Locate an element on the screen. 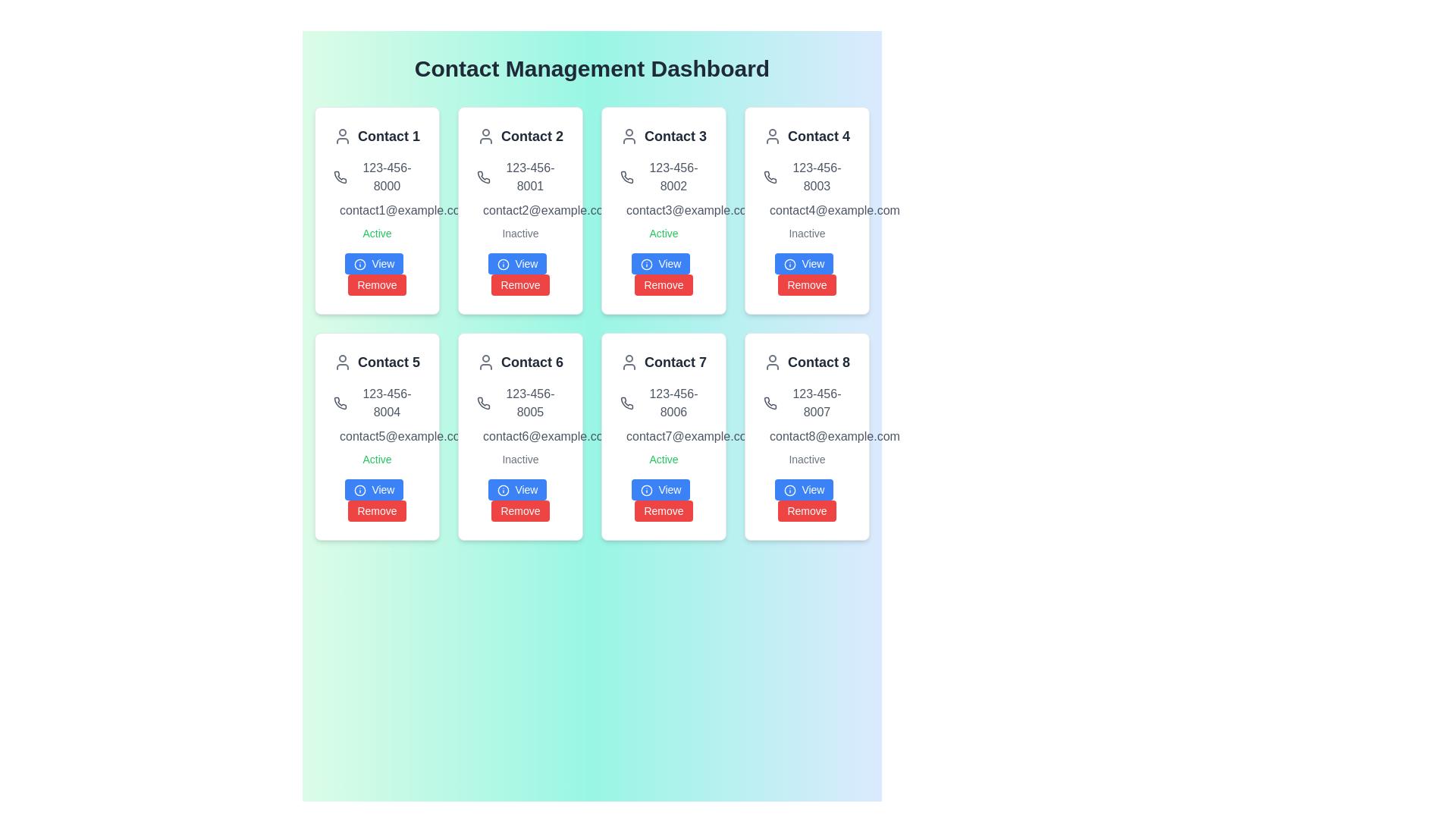  text label 'Contact 1' located in the top-left card of the grid layout, positioned beneath the user icon and above the phone number, email address, and action buttons is located at coordinates (389, 136).